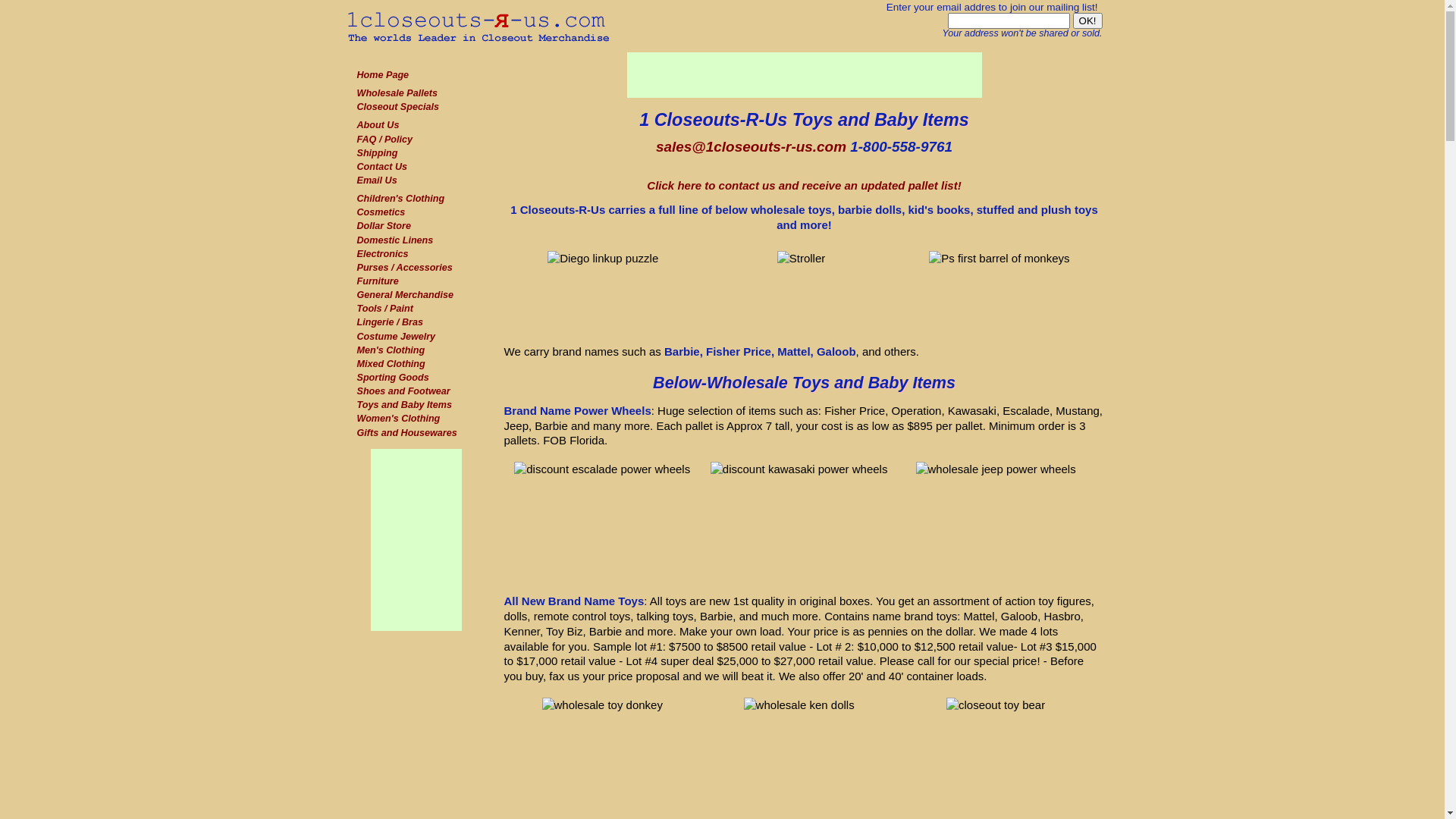 This screenshot has width=1456, height=819. I want to click on 'Tools / Paint', so click(356, 308).